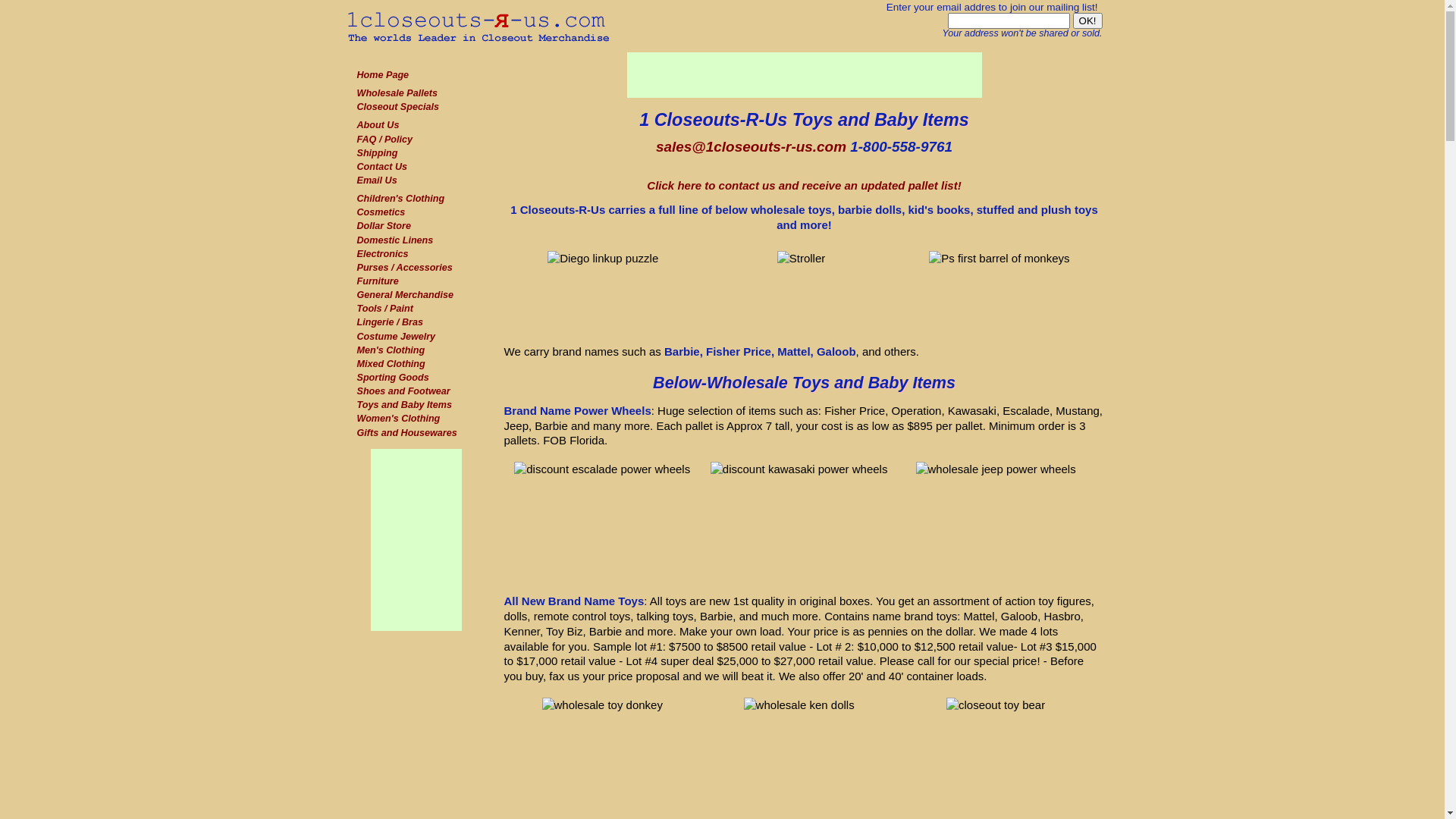 This screenshot has width=1456, height=819. I want to click on 'Tools / Paint', so click(356, 308).